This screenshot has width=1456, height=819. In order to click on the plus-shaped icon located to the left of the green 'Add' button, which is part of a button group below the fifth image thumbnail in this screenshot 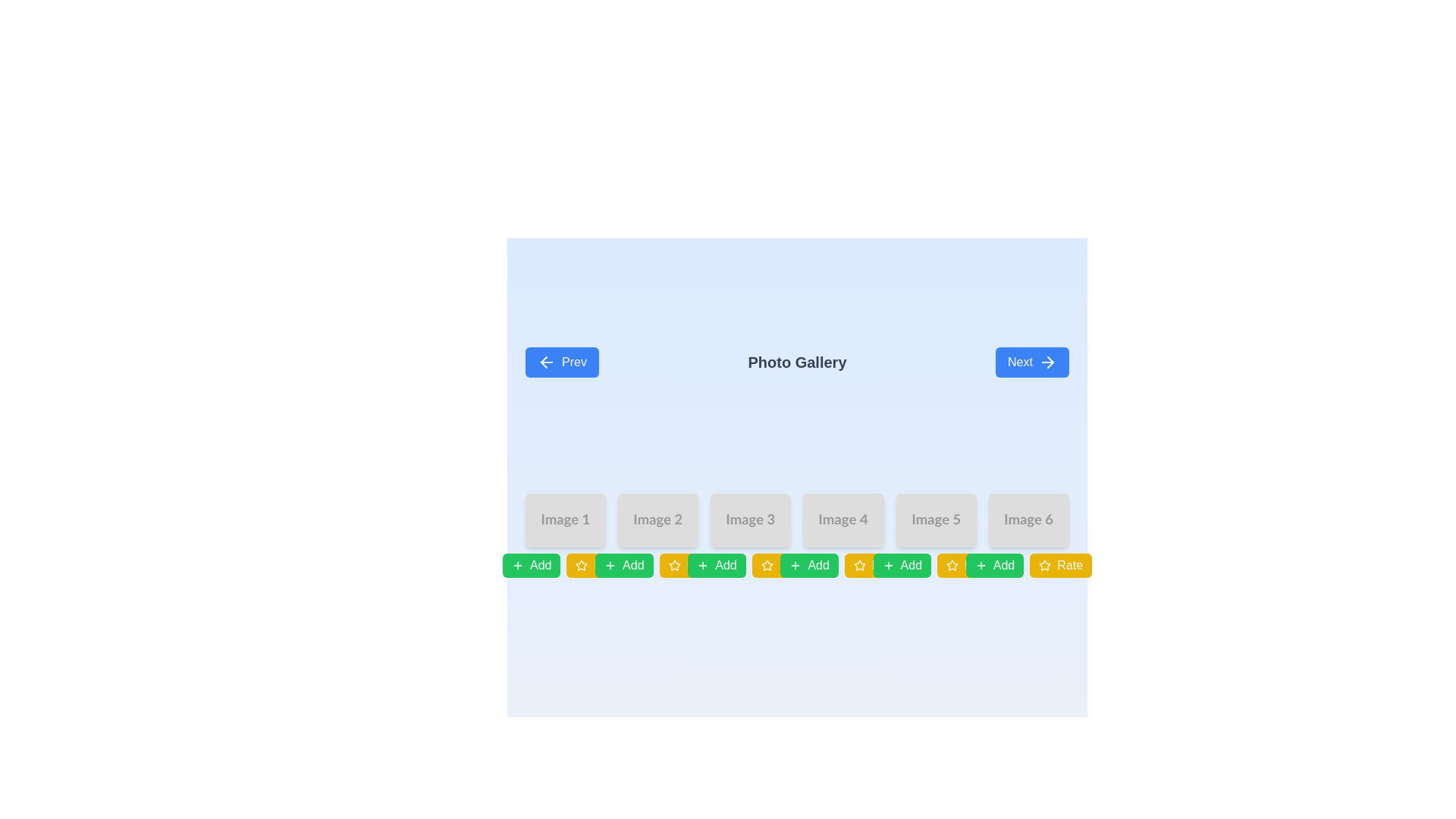, I will do `click(981, 565)`.